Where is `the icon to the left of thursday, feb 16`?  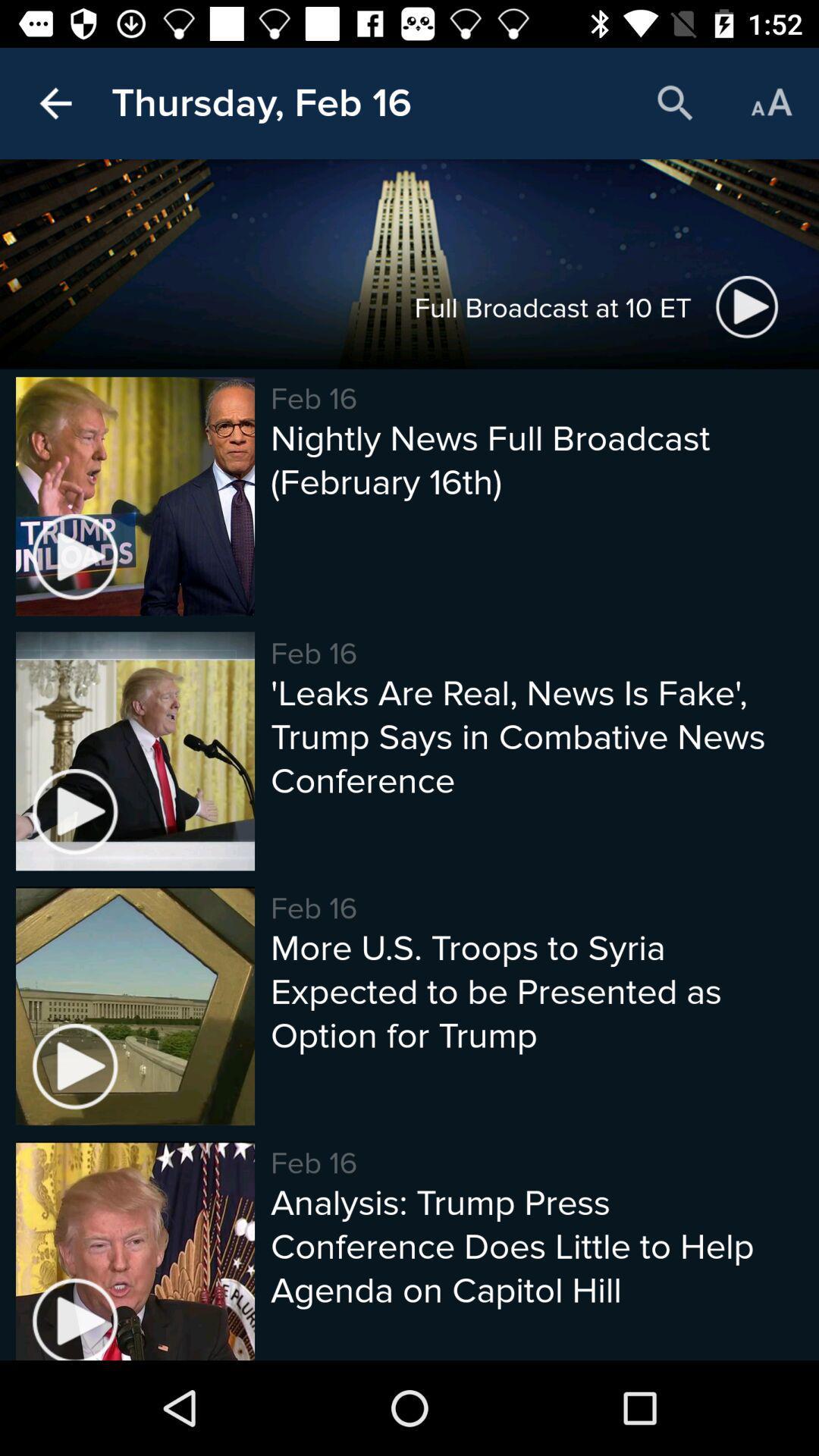
the icon to the left of thursday, feb 16 is located at coordinates (55, 102).